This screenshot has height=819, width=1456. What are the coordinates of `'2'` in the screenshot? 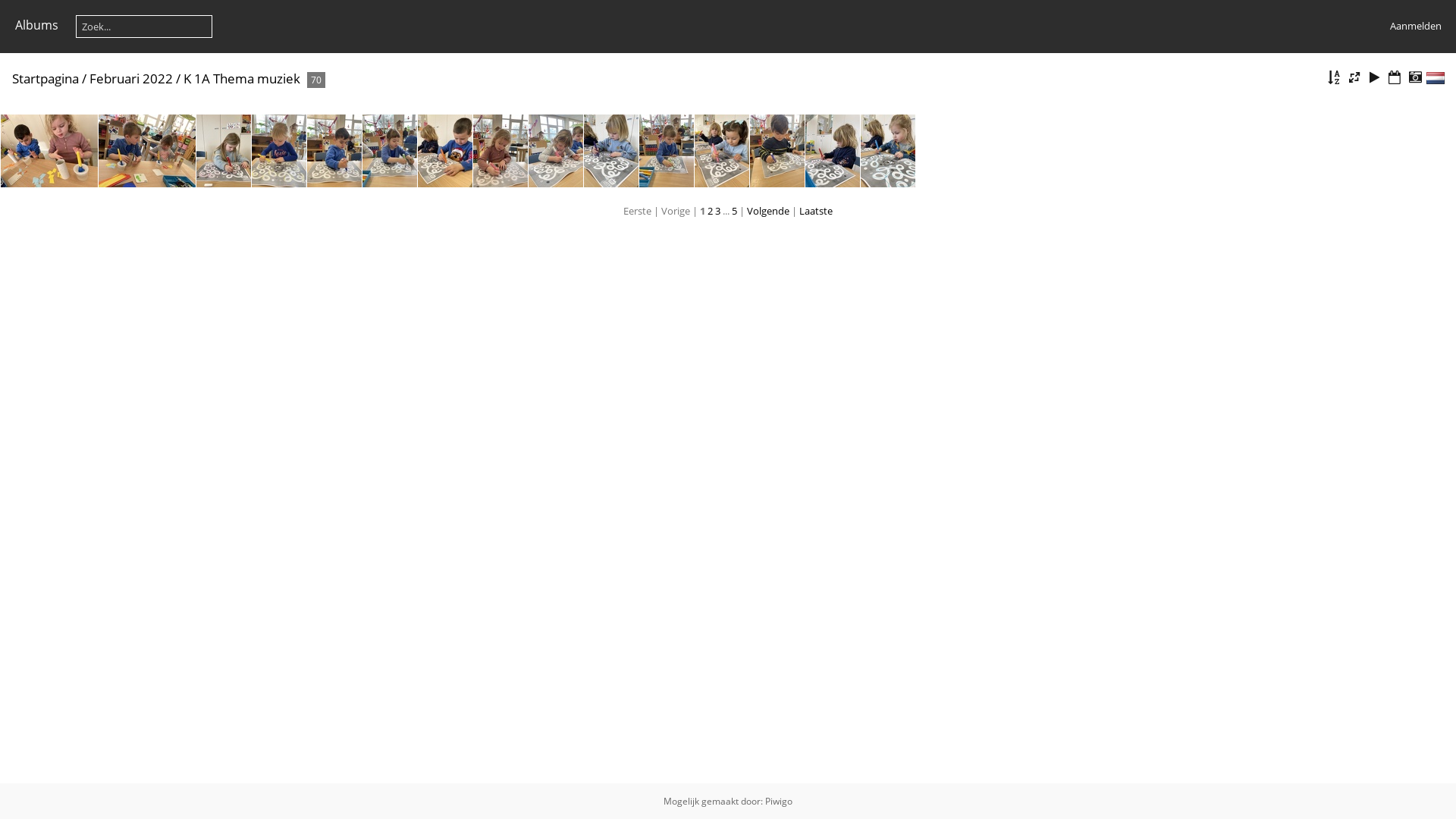 It's located at (709, 210).